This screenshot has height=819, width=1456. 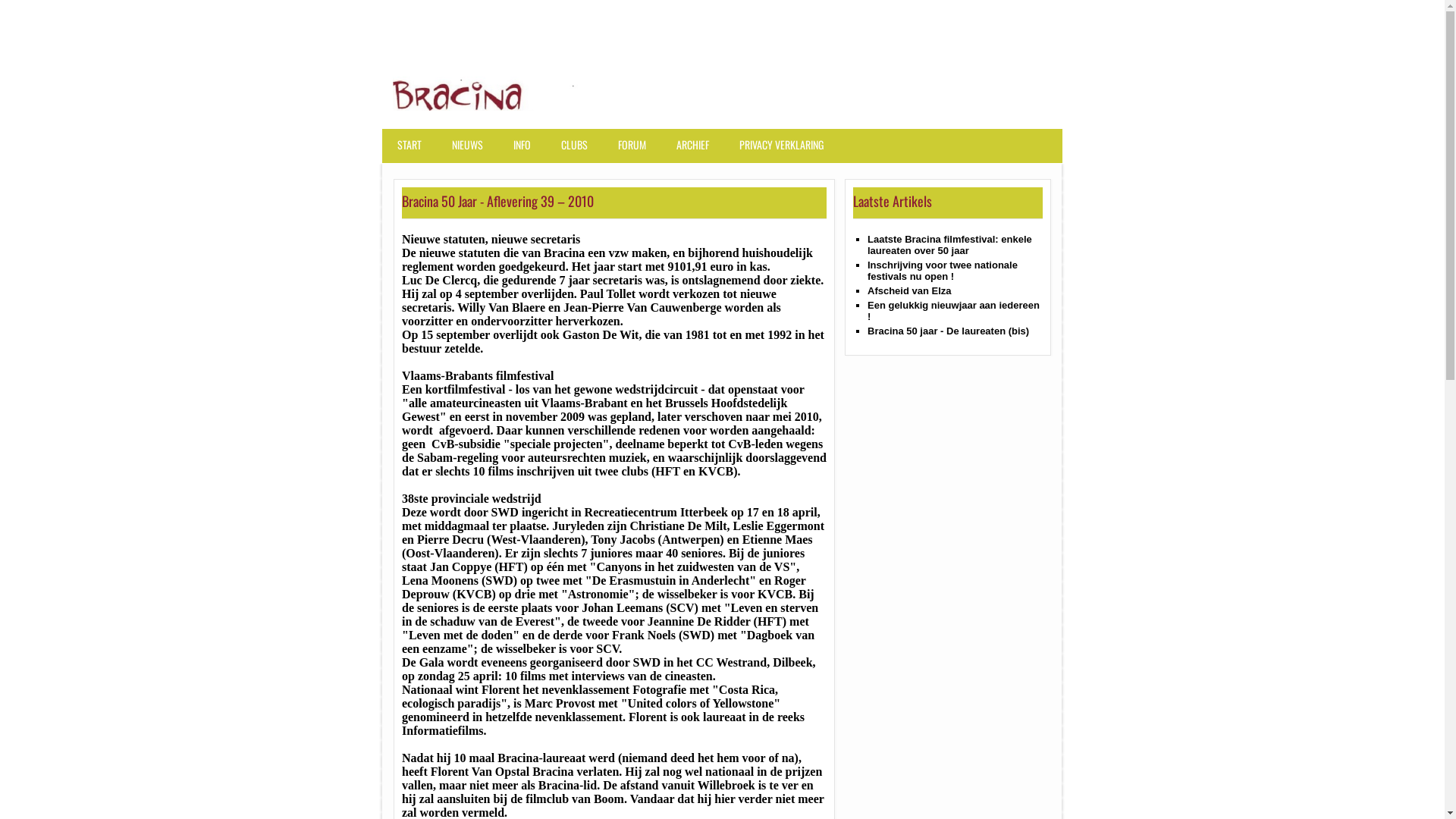 I want to click on 'NIEUWS', so click(x=445, y=152).